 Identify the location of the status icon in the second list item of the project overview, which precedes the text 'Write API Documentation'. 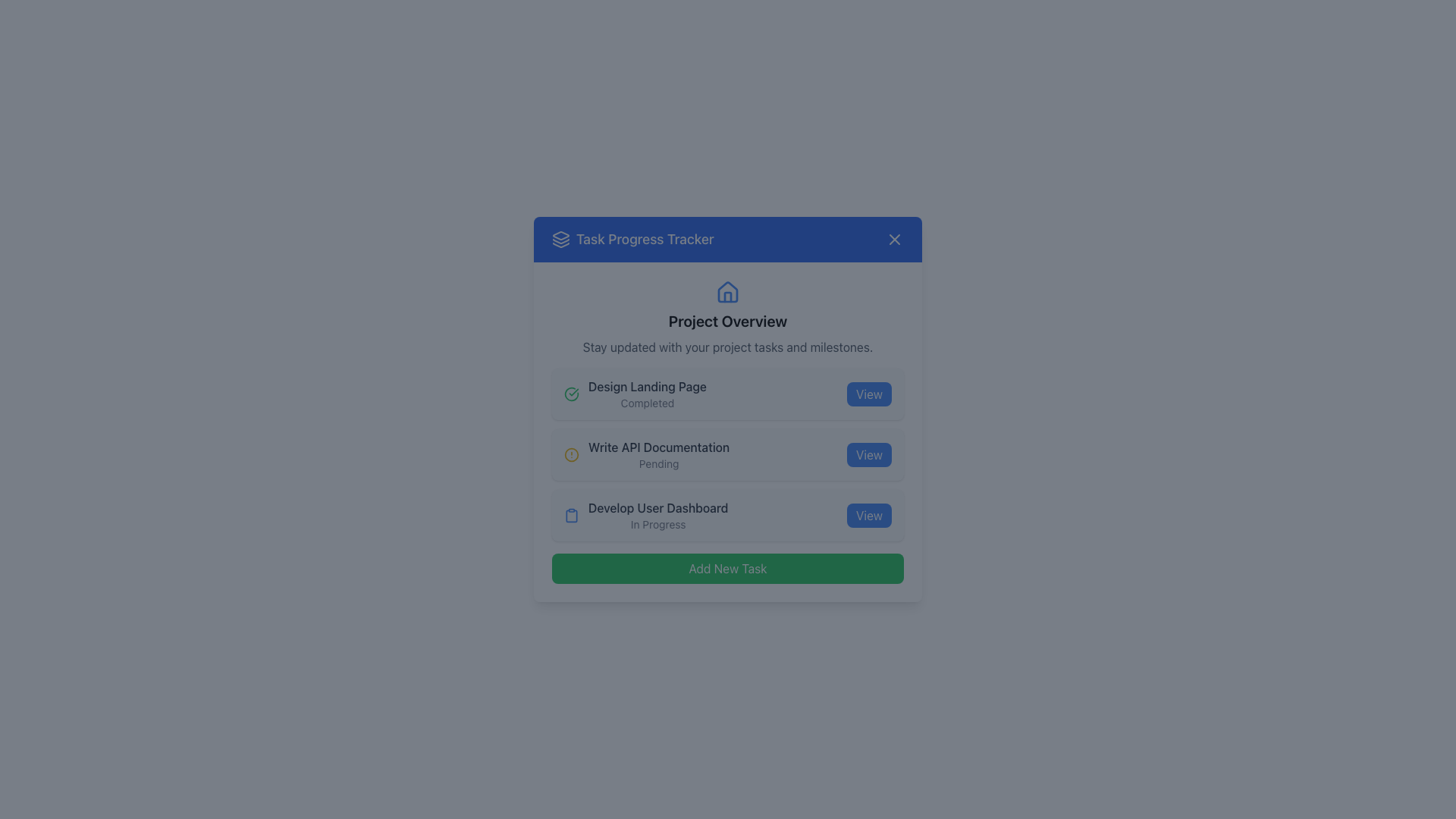
(570, 454).